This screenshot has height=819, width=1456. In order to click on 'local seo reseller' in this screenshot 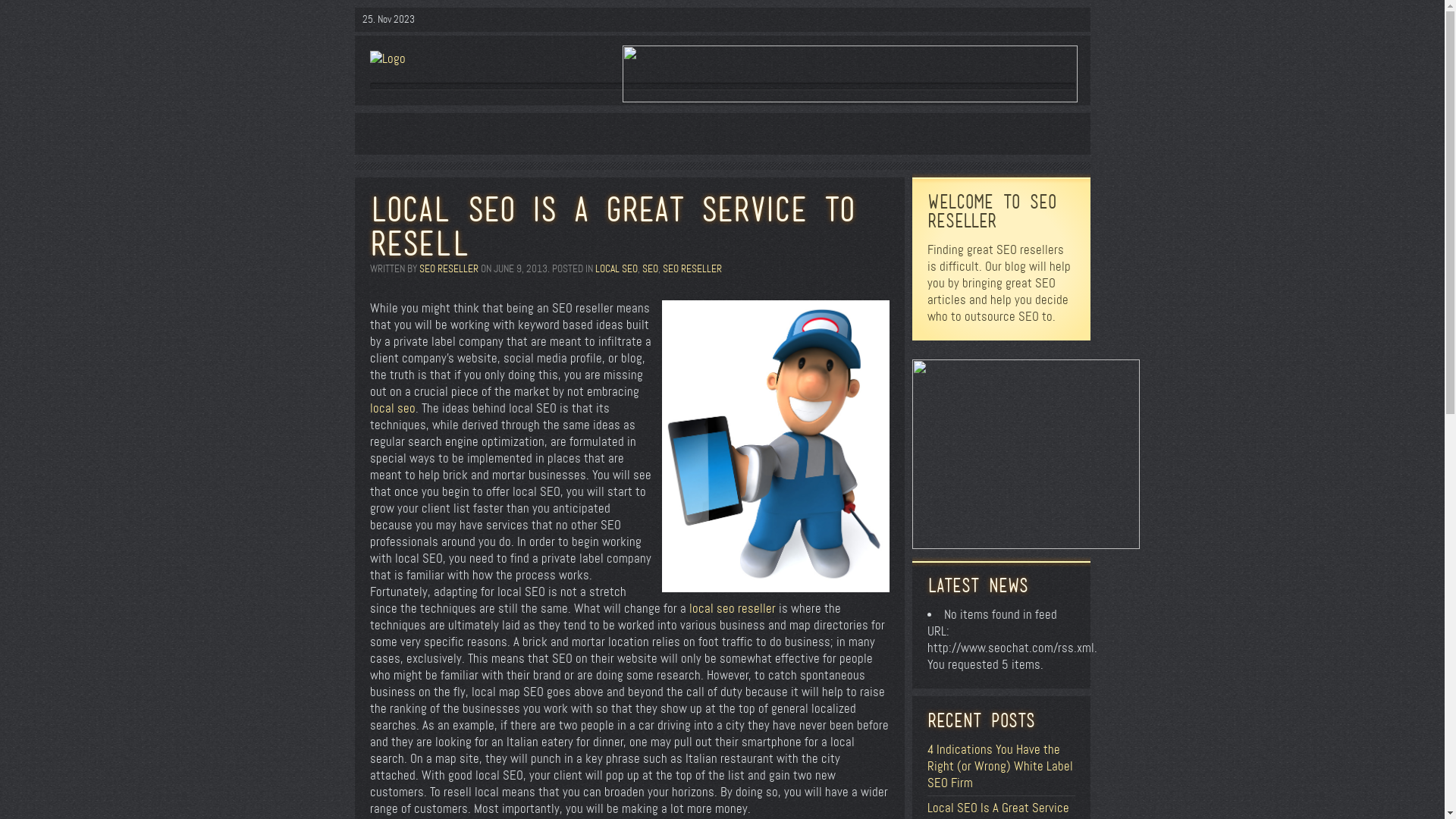, I will do `click(731, 607)`.